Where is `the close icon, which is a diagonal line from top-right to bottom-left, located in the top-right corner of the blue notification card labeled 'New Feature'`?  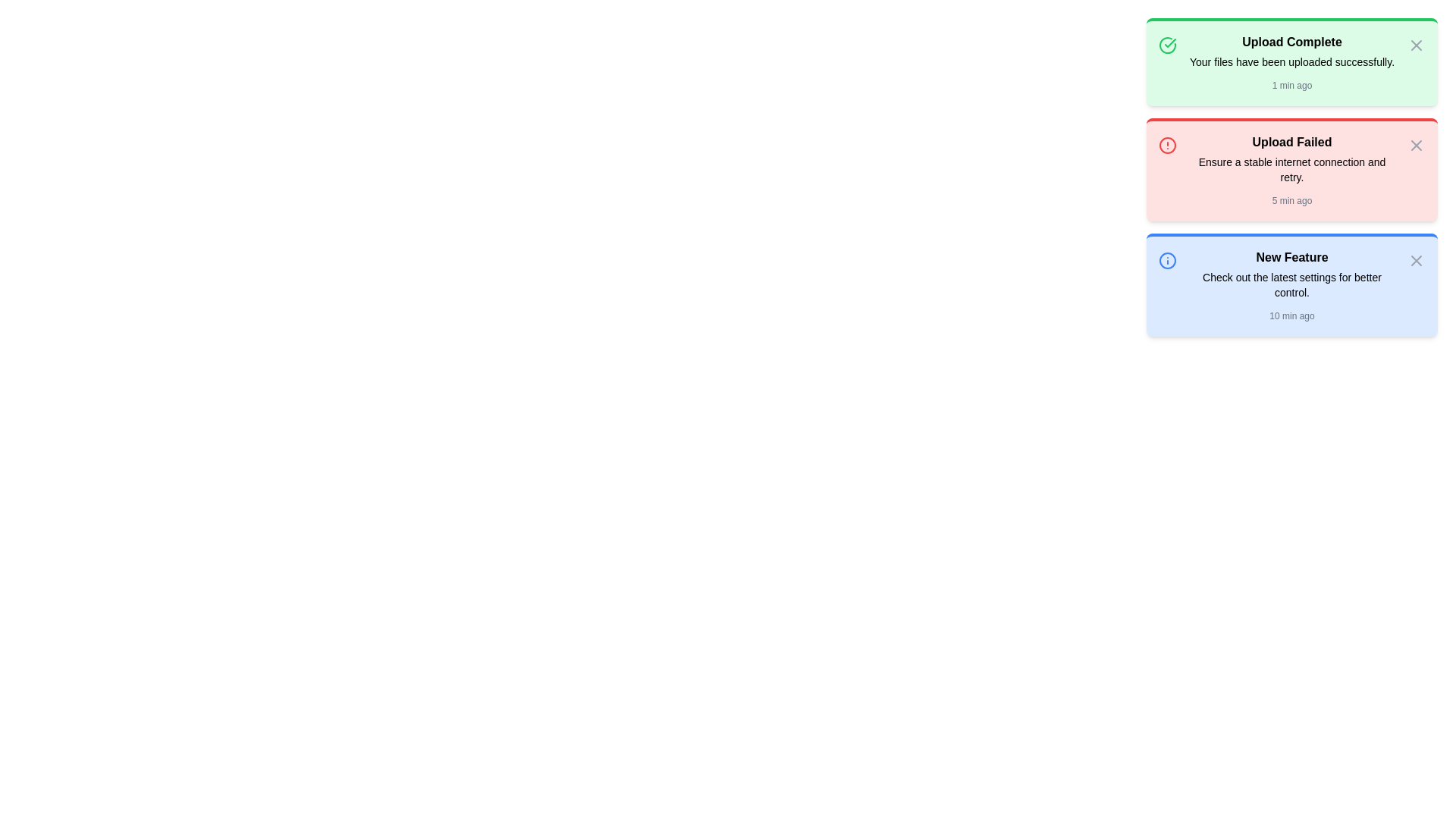 the close icon, which is a diagonal line from top-right to bottom-left, located in the top-right corner of the blue notification card labeled 'New Feature' is located at coordinates (1415, 259).